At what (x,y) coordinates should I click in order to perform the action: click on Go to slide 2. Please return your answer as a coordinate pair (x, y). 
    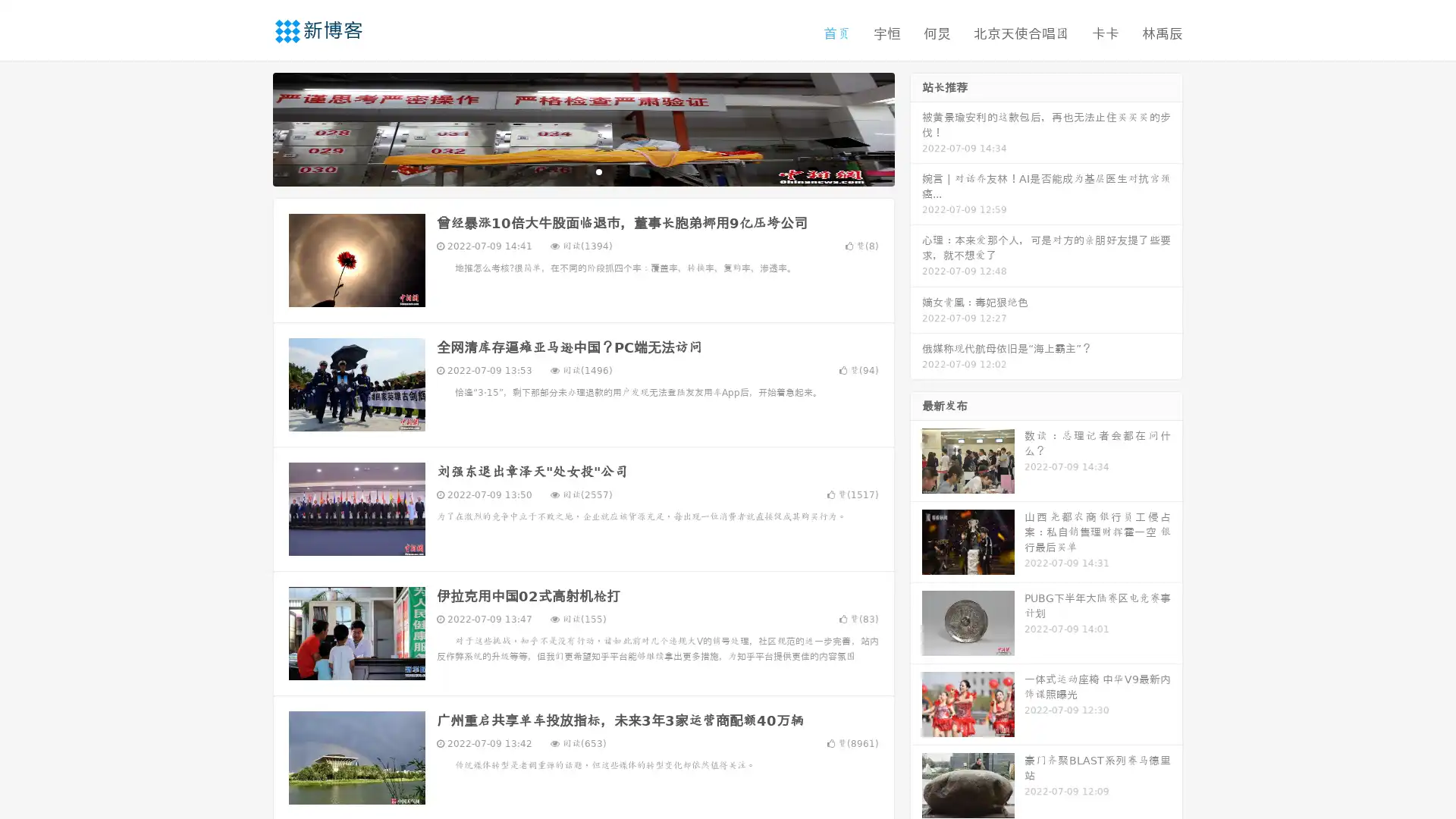
    Looking at the image, I should click on (582, 171).